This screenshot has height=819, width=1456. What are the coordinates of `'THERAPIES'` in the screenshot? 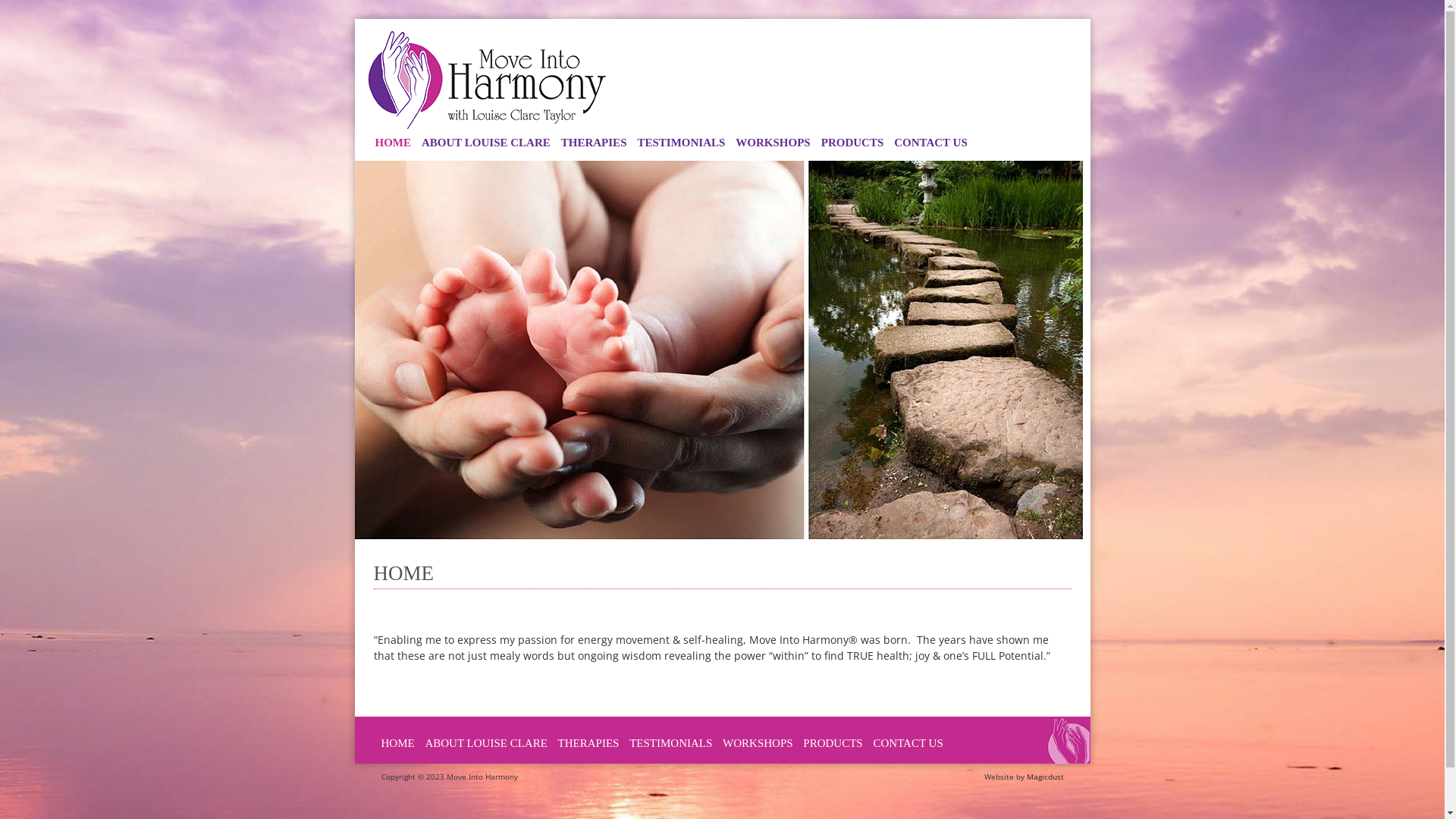 It's located at (593, 143).